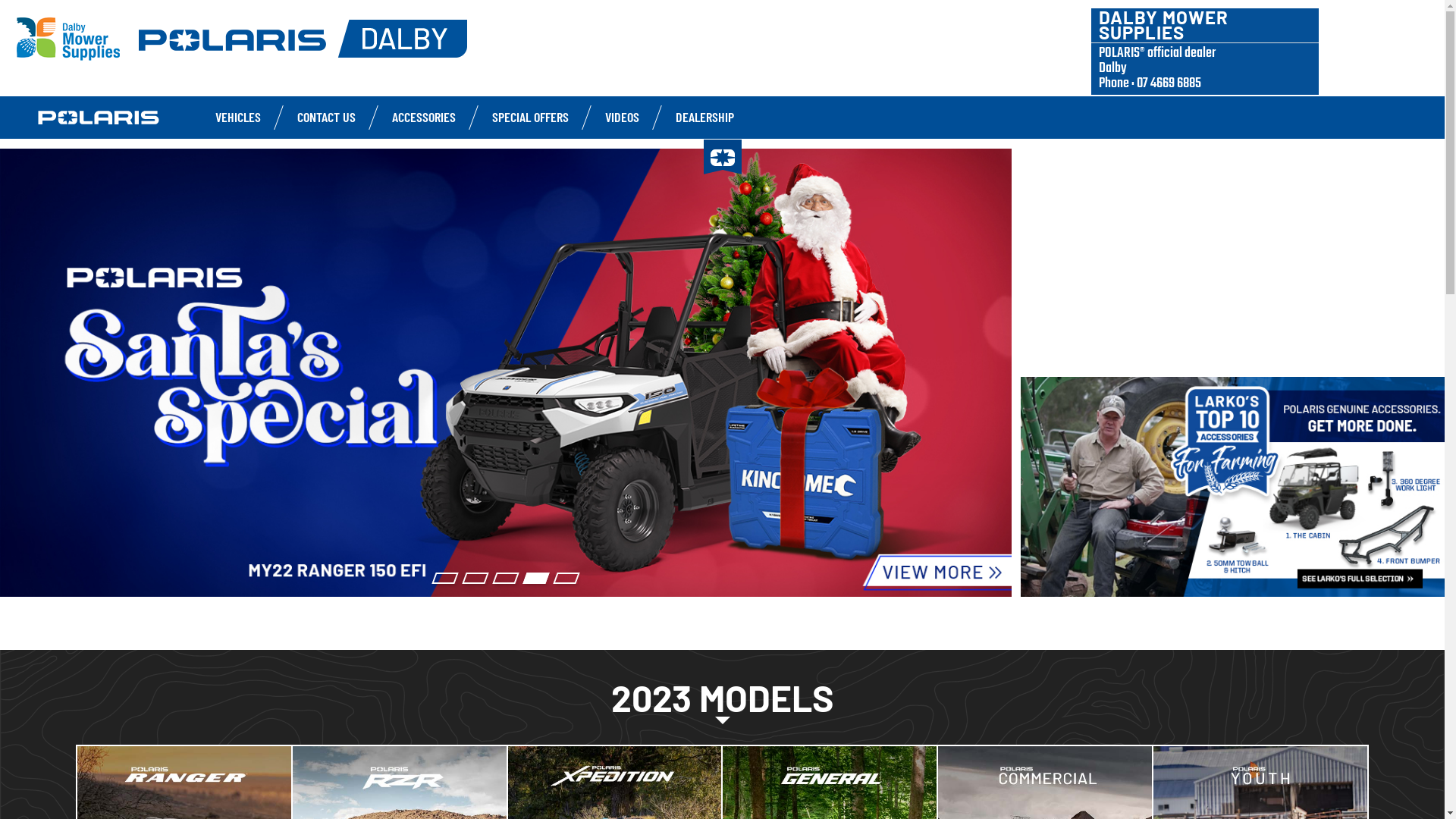 The width and height of the screenshot is (1456, 819). I want to click on '5', so click(566, 578).